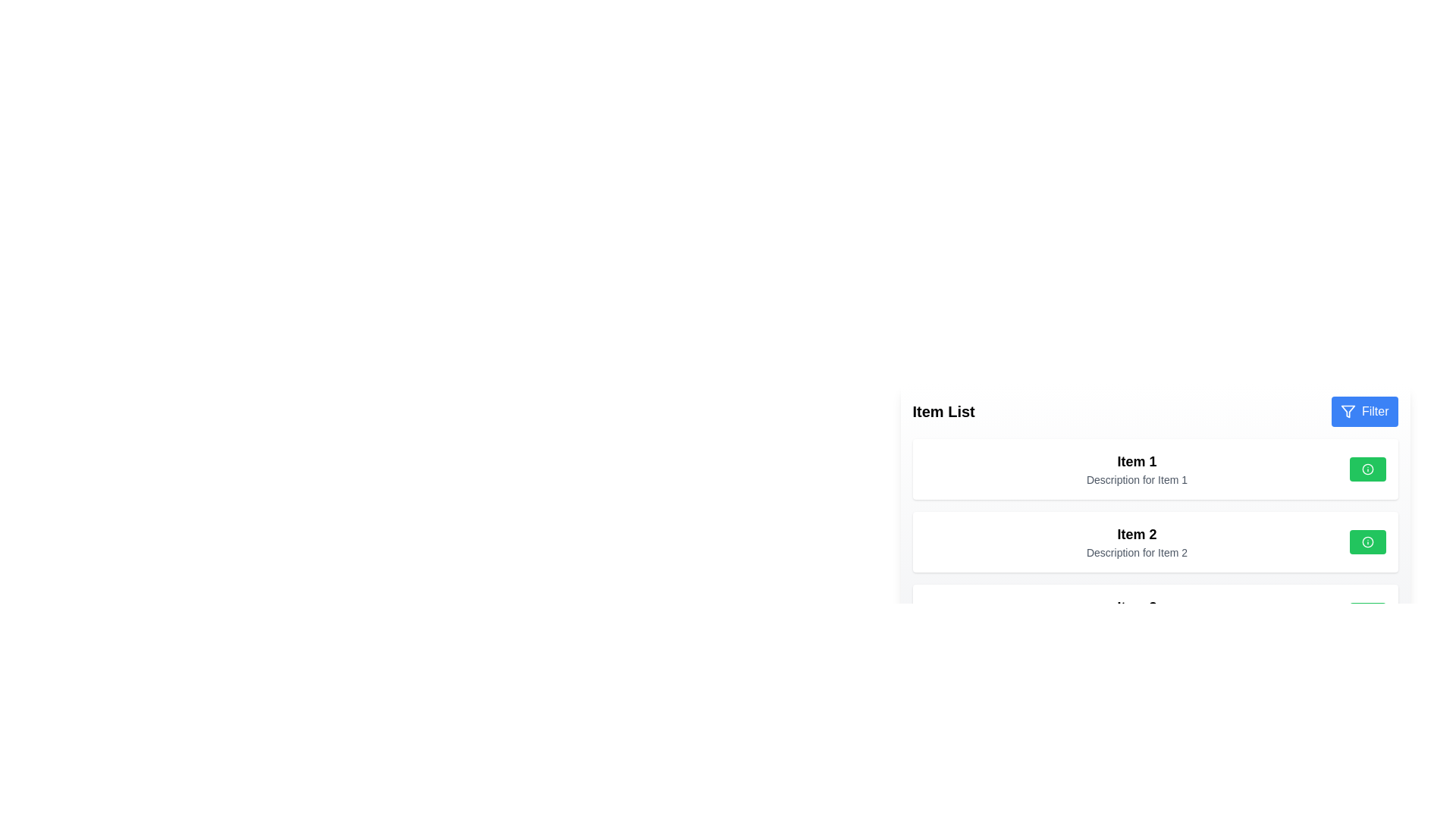  I want to click on the informational marker icon located within the right-aligned green button of the first item card at the top of the list, so click(1367, 468).